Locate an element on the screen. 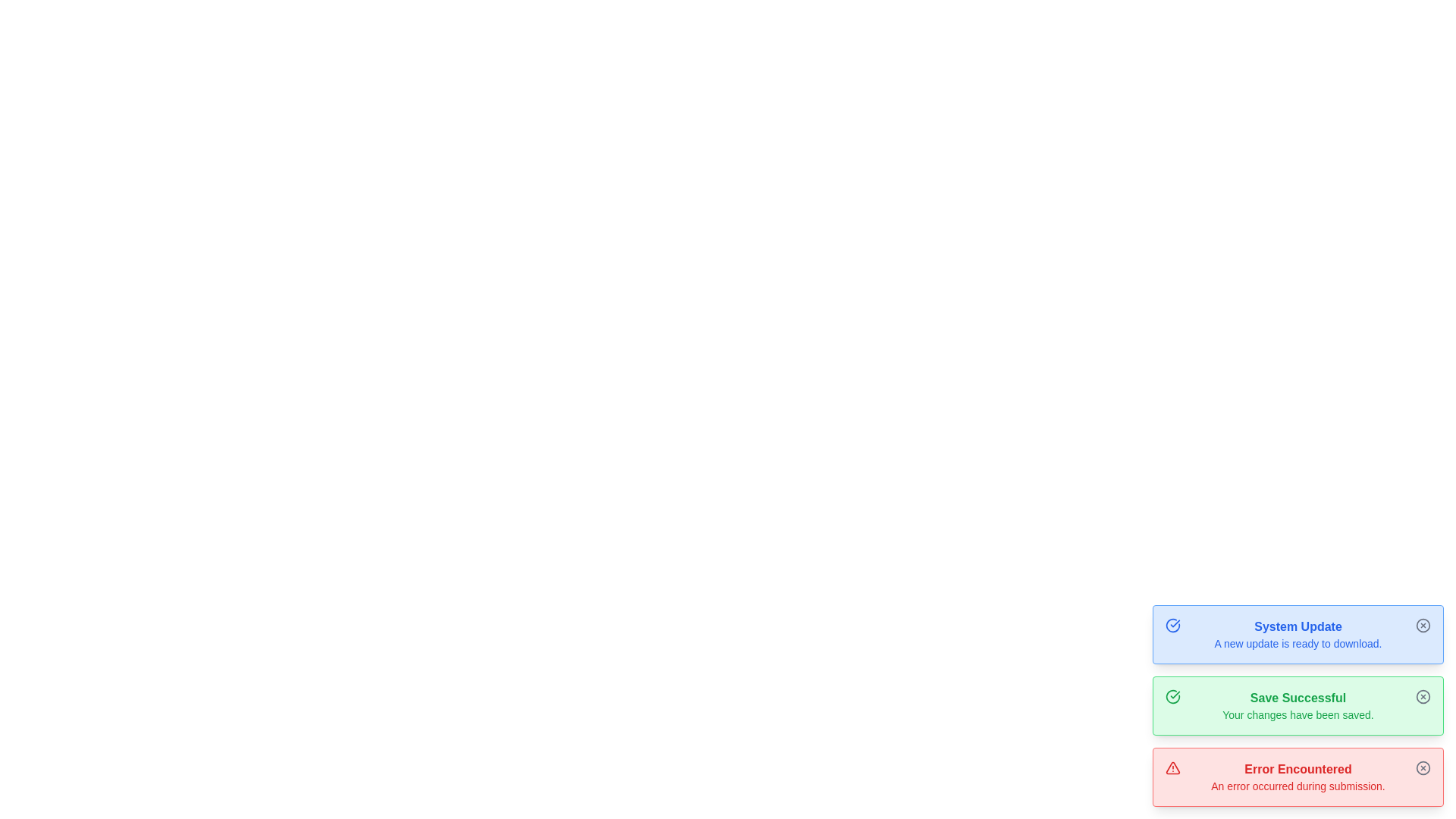  the Text Label that indicates a successful save confirmation within the green success notification labeled 'Save Successful' is located at coordinates (1298, 714).